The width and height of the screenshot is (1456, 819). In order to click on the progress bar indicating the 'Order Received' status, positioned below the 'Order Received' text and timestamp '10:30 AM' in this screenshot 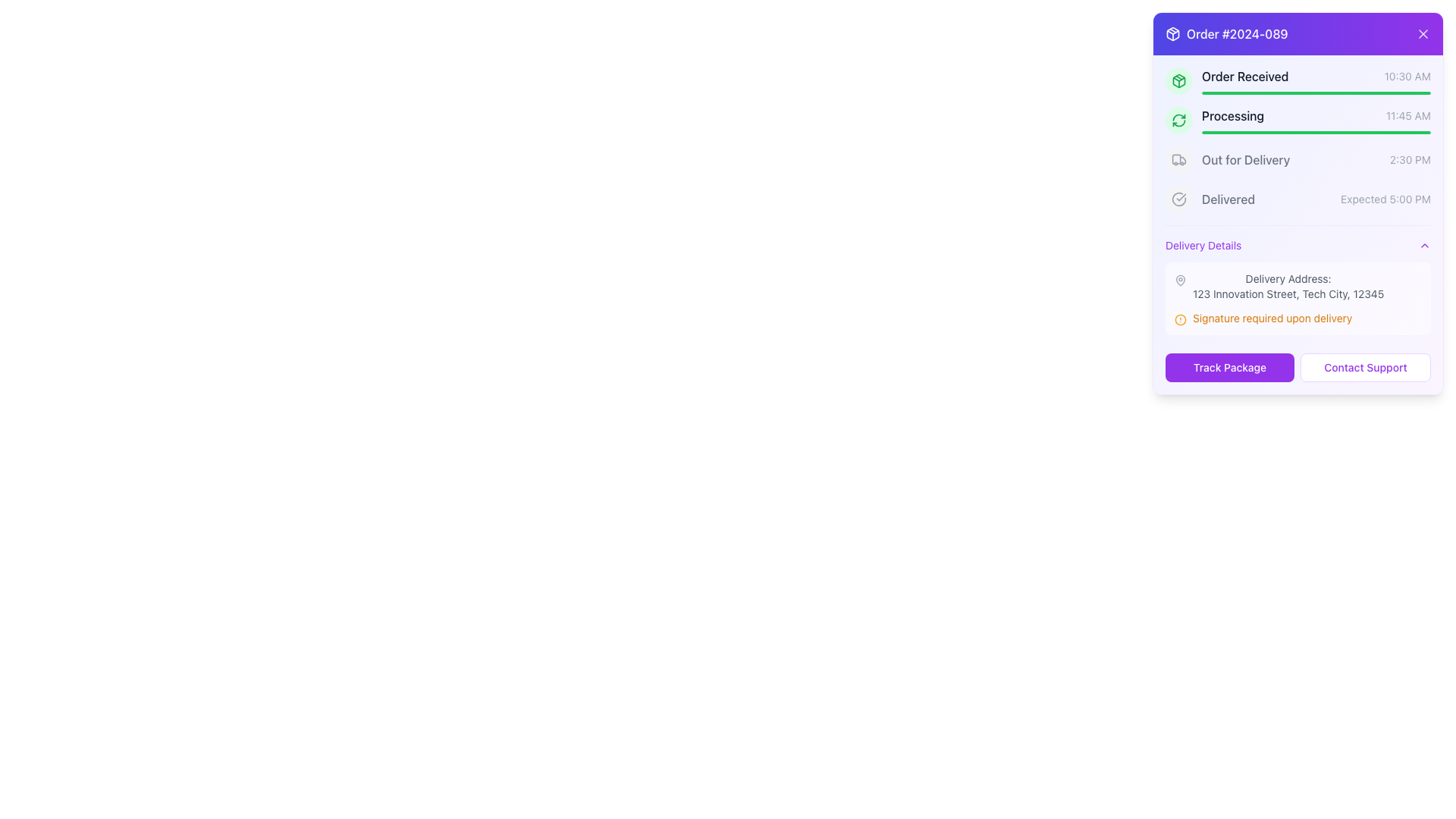, I will do `click(1316, 93)`.